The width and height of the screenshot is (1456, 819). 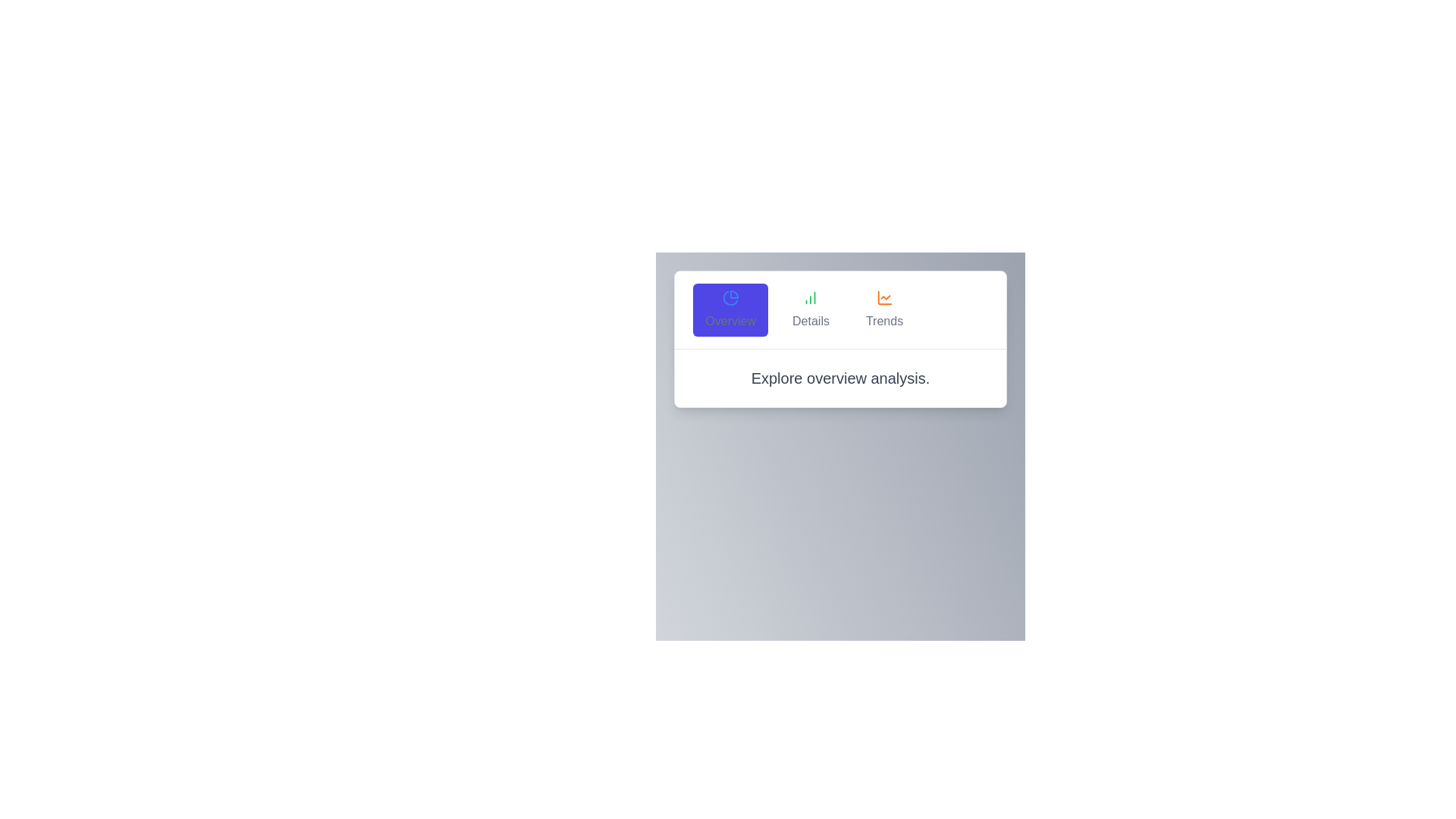 I want to click on the tab labeled Trends, so click(x=884, y=309).